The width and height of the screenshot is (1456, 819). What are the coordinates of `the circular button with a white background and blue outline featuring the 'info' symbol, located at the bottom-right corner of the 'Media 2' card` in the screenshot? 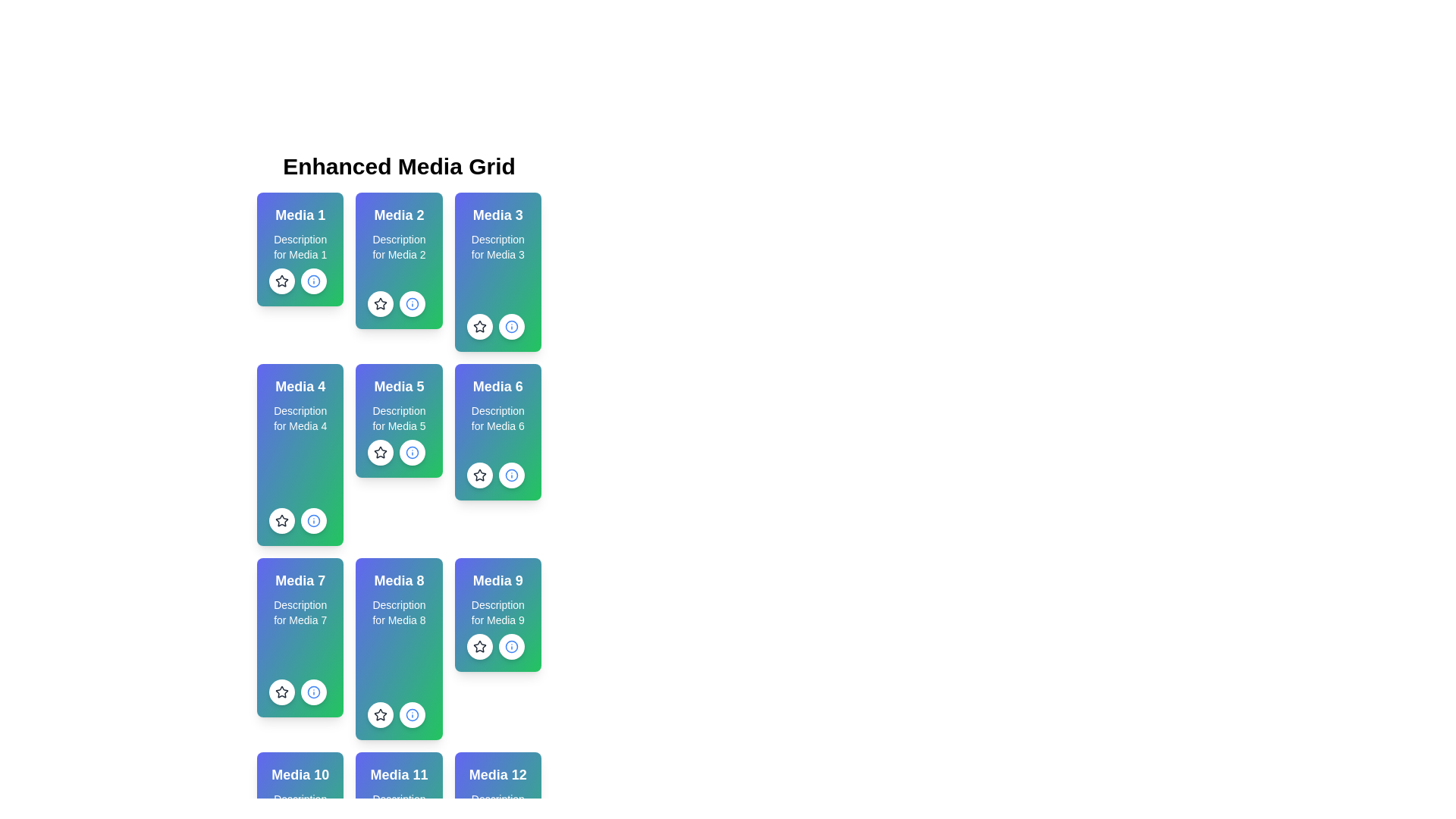 It's located at (413, 304).